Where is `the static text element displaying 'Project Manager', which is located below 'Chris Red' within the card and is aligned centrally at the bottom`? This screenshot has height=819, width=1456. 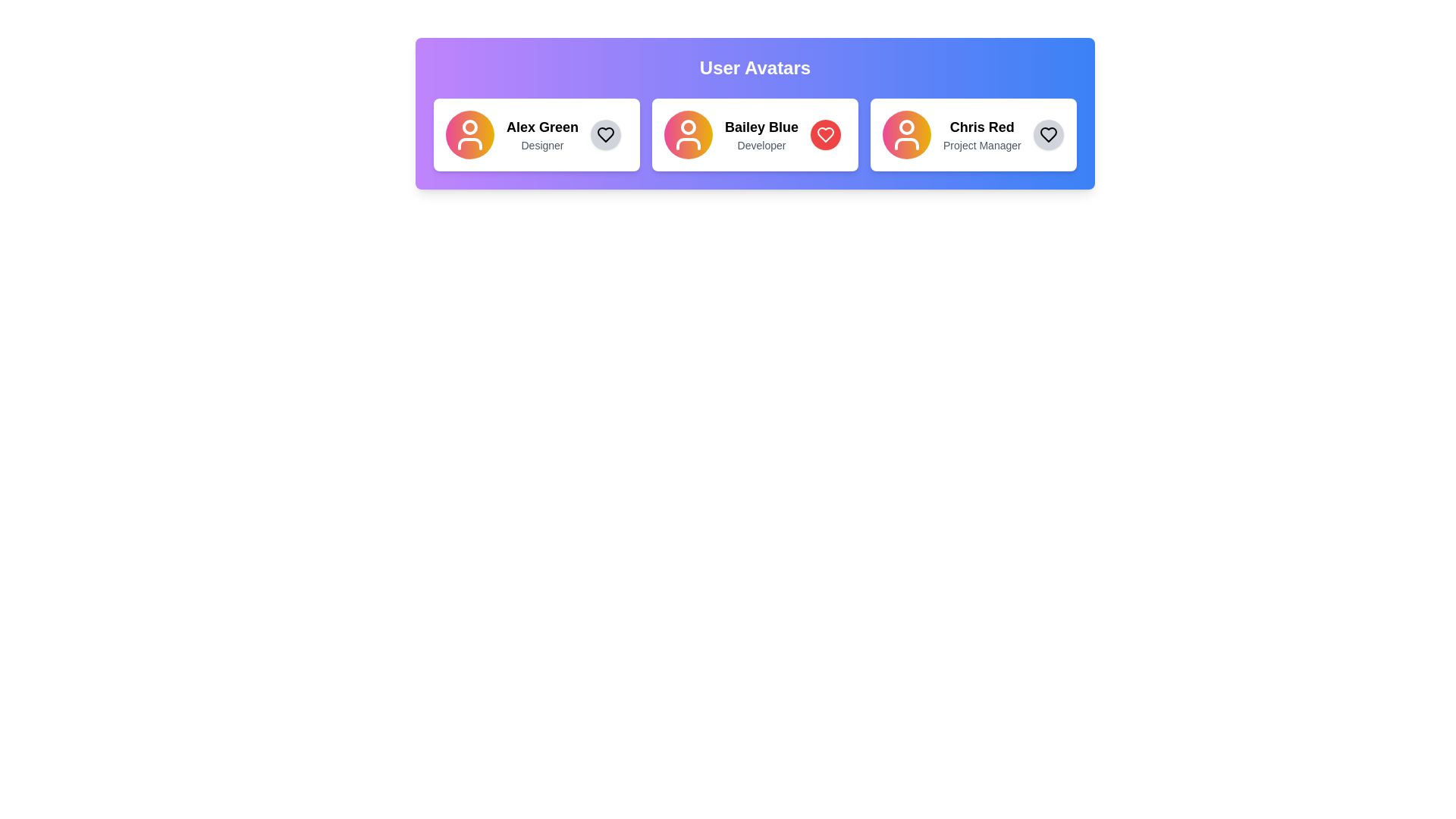 the static text element displaying 'Project Manager', which is located below 'Chris Red' within the card and is aligned centrally at the bottom is located at coordinates (982, 146).